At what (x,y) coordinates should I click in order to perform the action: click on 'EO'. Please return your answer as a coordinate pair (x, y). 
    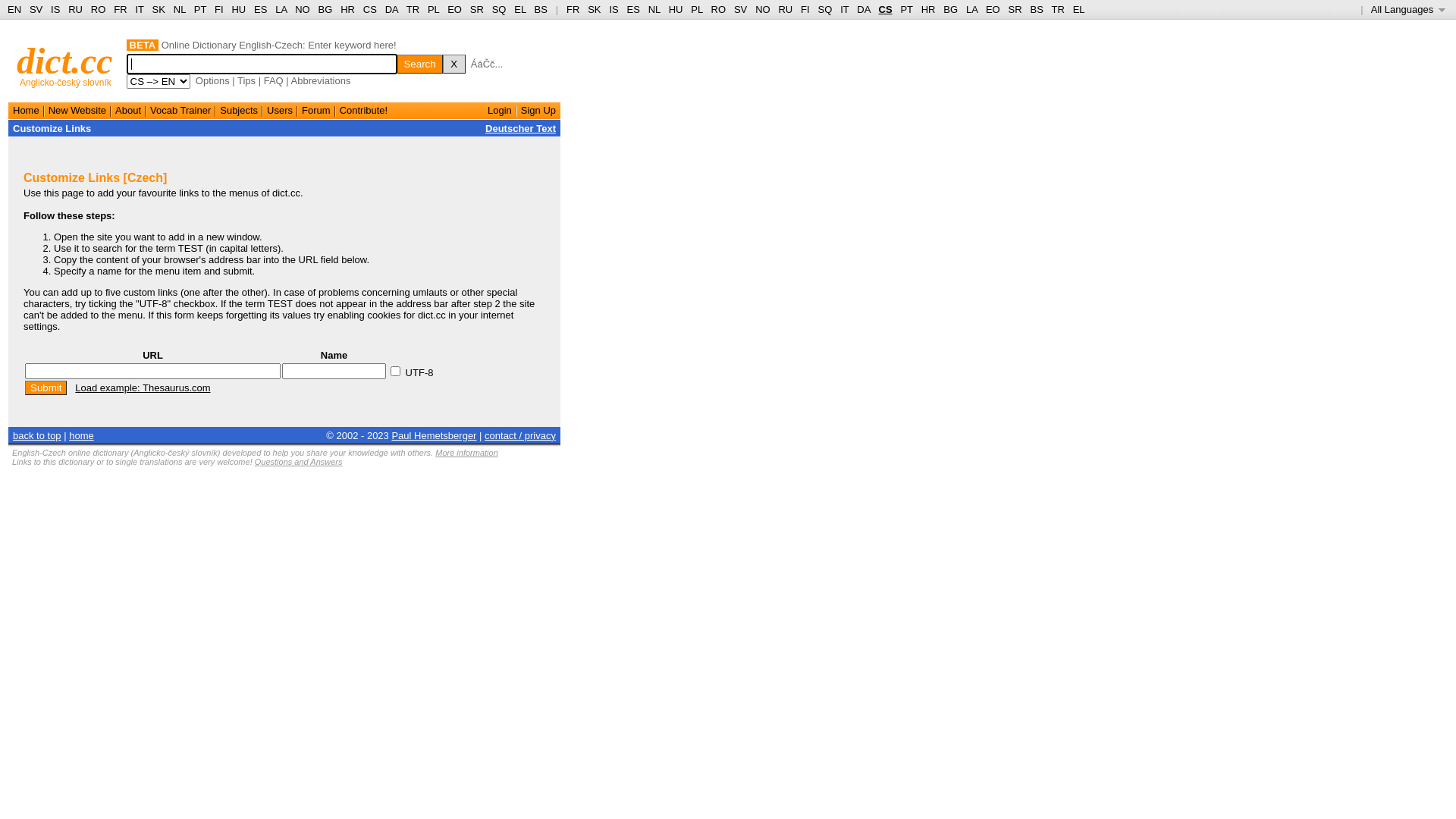
    Looking at the image, I should click on (453, 9).